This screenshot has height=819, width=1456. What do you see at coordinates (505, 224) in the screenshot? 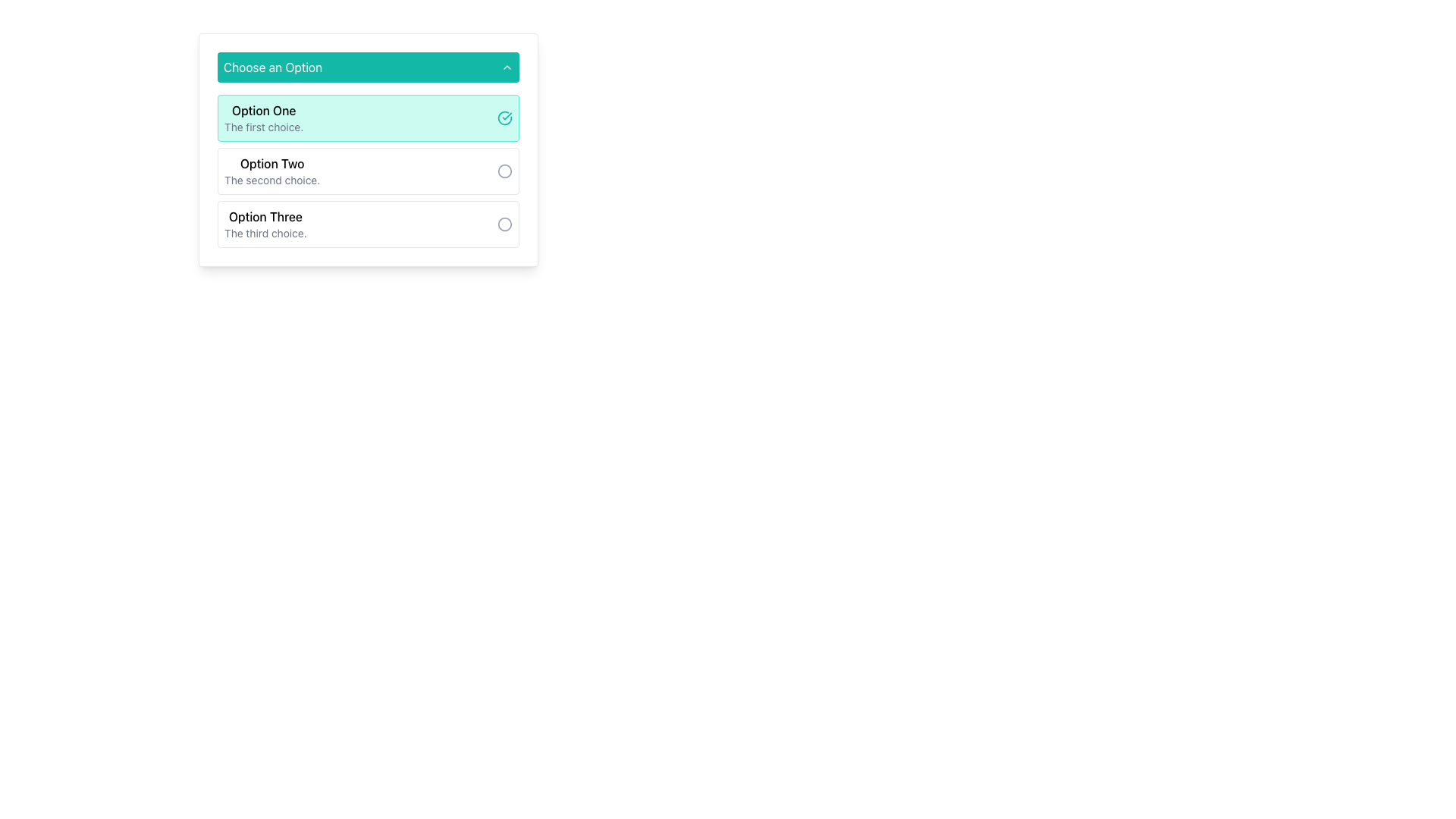
I see `the visual feedback of the interactive indicator that resembles a radio button, specifically associated with 'Option Two'` at bounding box center [505, 224].